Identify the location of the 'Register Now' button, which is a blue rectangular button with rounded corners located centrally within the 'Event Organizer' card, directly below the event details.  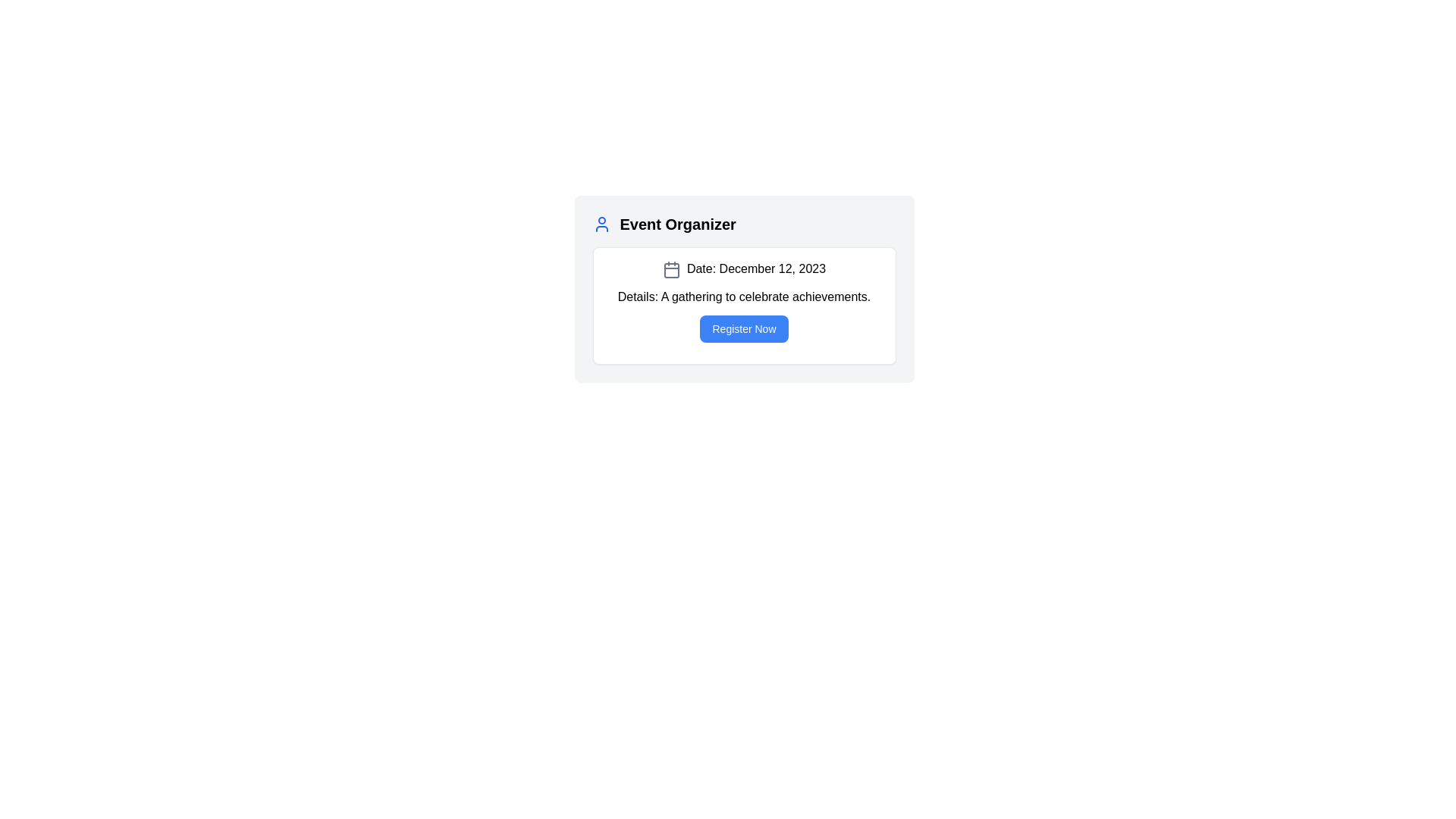
(744, 328).